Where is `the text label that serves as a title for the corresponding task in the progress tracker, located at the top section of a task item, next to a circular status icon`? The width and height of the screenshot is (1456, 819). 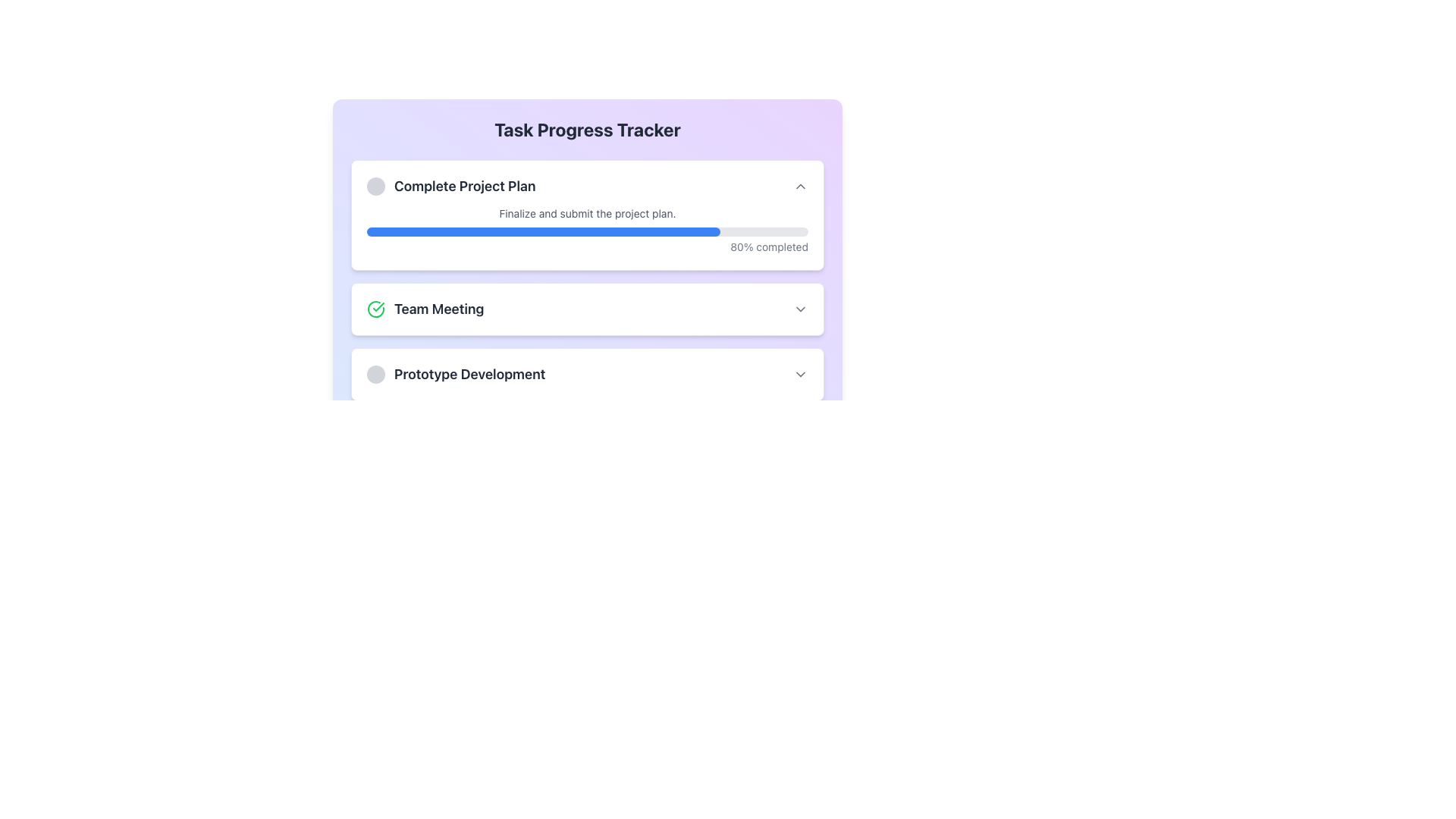 the text label that serves as a title for the corresponding task in the progress tracker, located at the top section of a task item, next to a circular status icon is located at coordinates (450, 186).